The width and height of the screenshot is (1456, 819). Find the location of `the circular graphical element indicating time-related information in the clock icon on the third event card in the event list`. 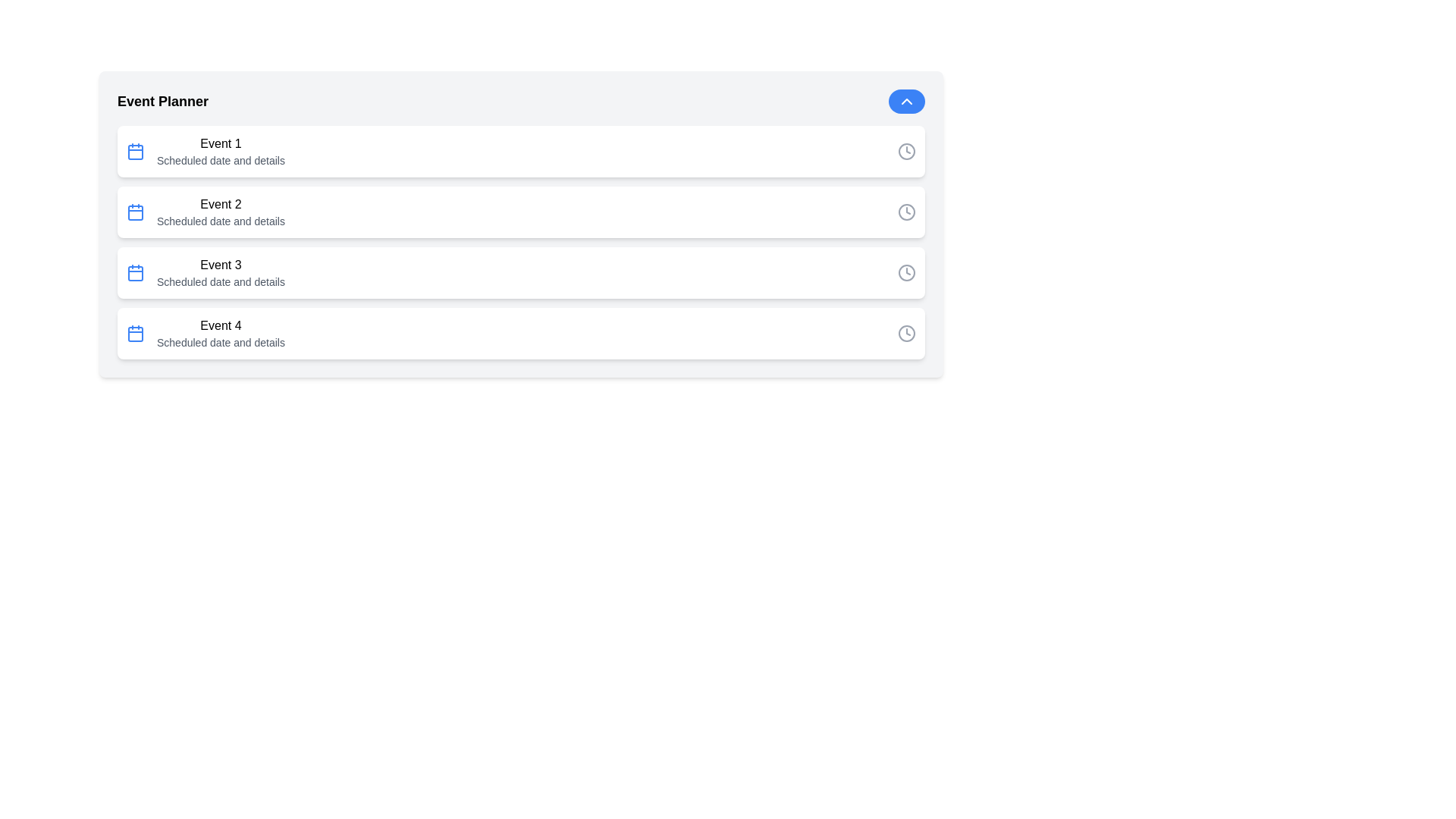

the circular graphical element indicating time-related information in the clock icon on the third event card in the event list is located at coordinates (906, 271).